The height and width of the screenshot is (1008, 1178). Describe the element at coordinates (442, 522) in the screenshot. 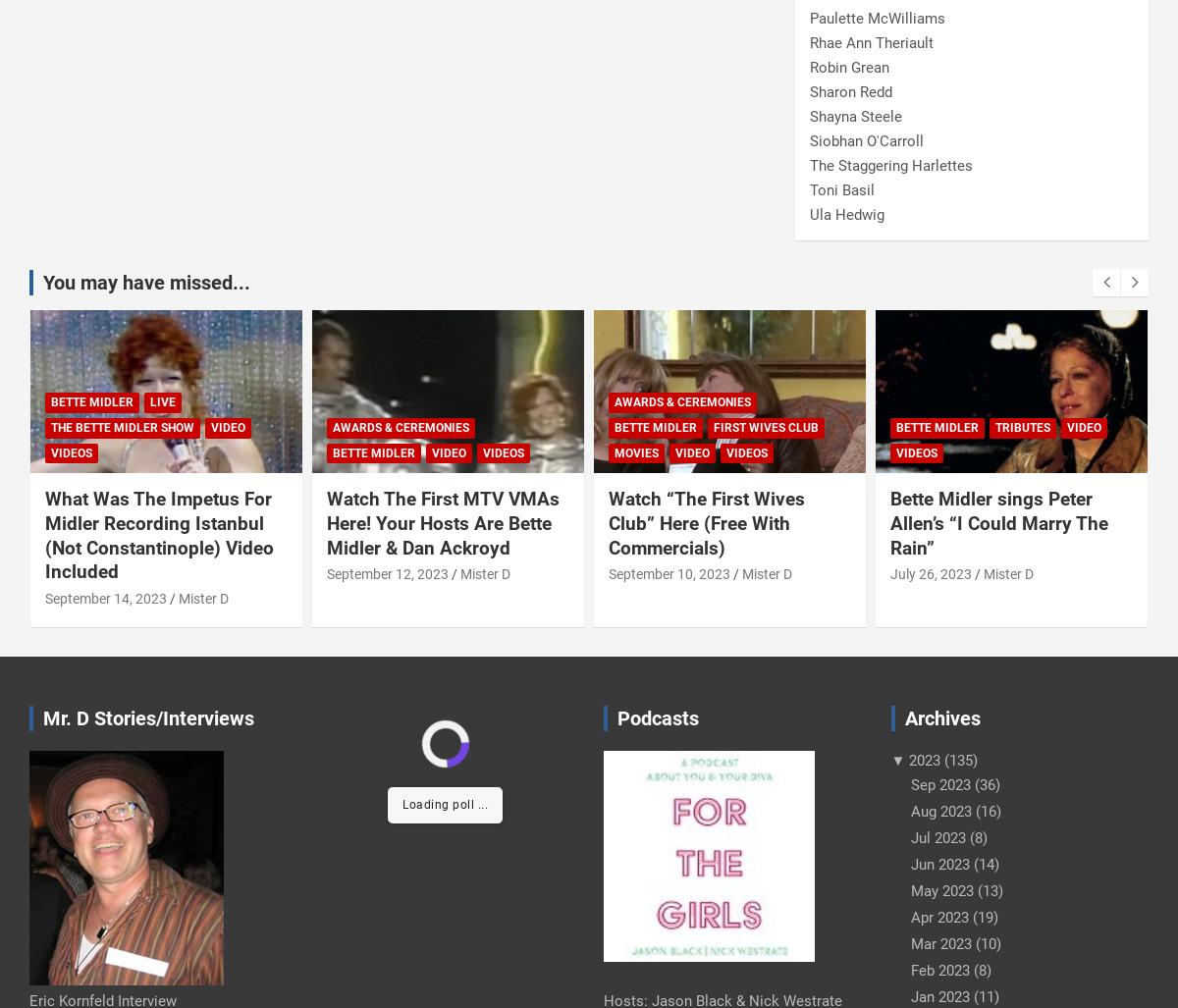

I see `'Watch The First MTV VMAs Here! Your Hosts Are Bette Midler & Dan Ackroyd'` at that location.